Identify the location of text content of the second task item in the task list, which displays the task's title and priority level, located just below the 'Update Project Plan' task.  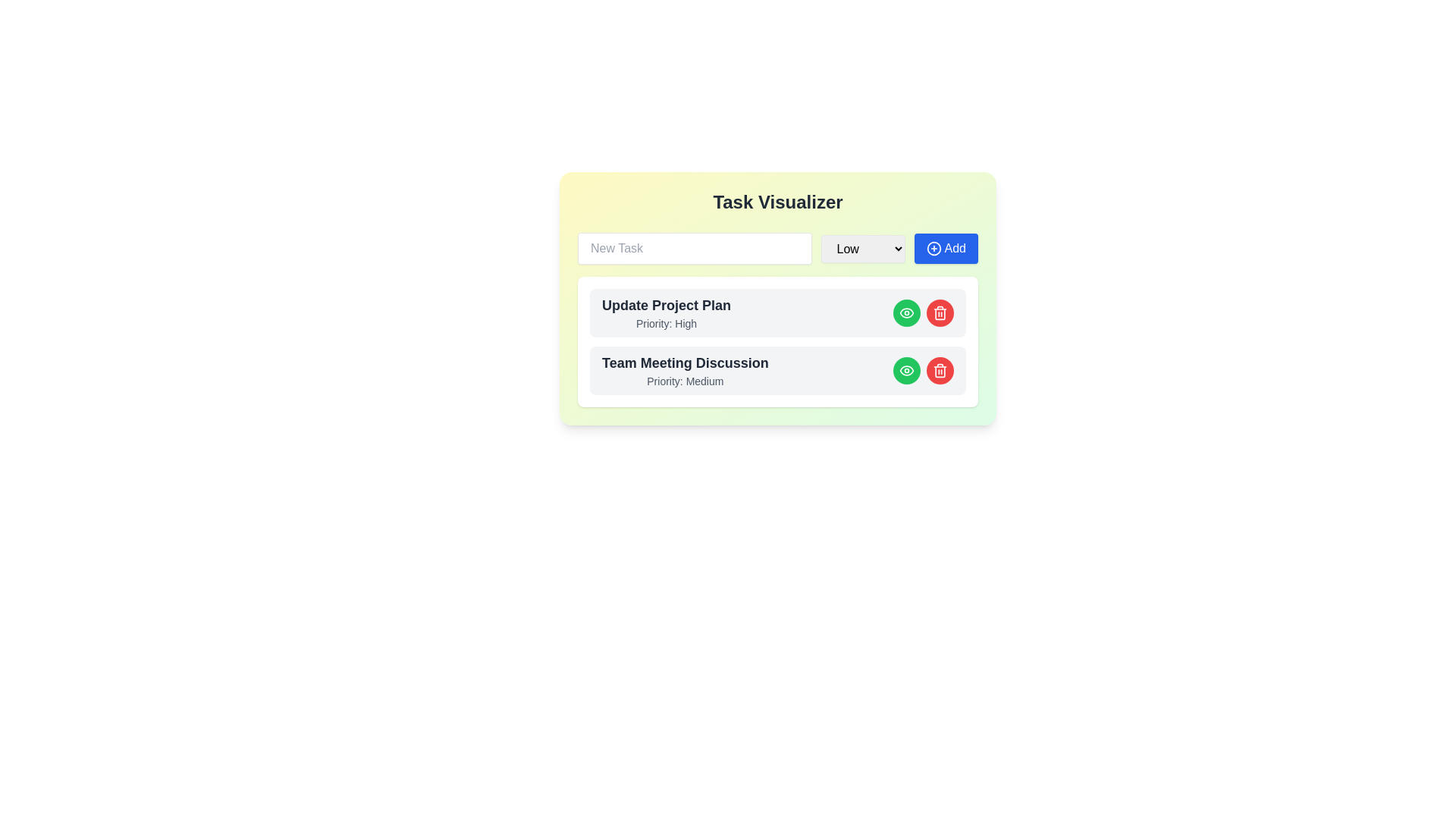
(684, 371).